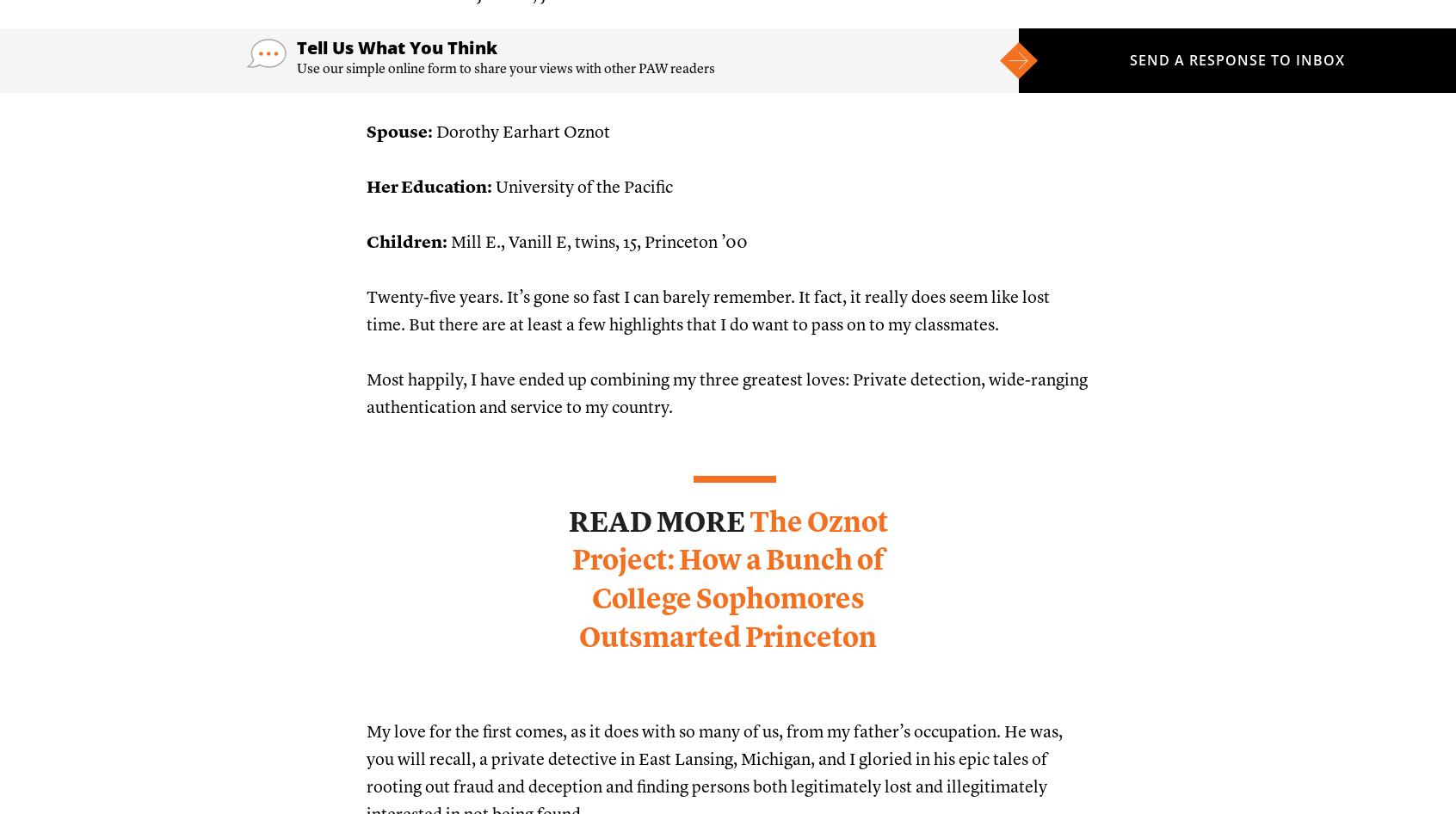  Describe the element at coordinates (406, 242) in the screenshot. I see `'Children:'` at that location.